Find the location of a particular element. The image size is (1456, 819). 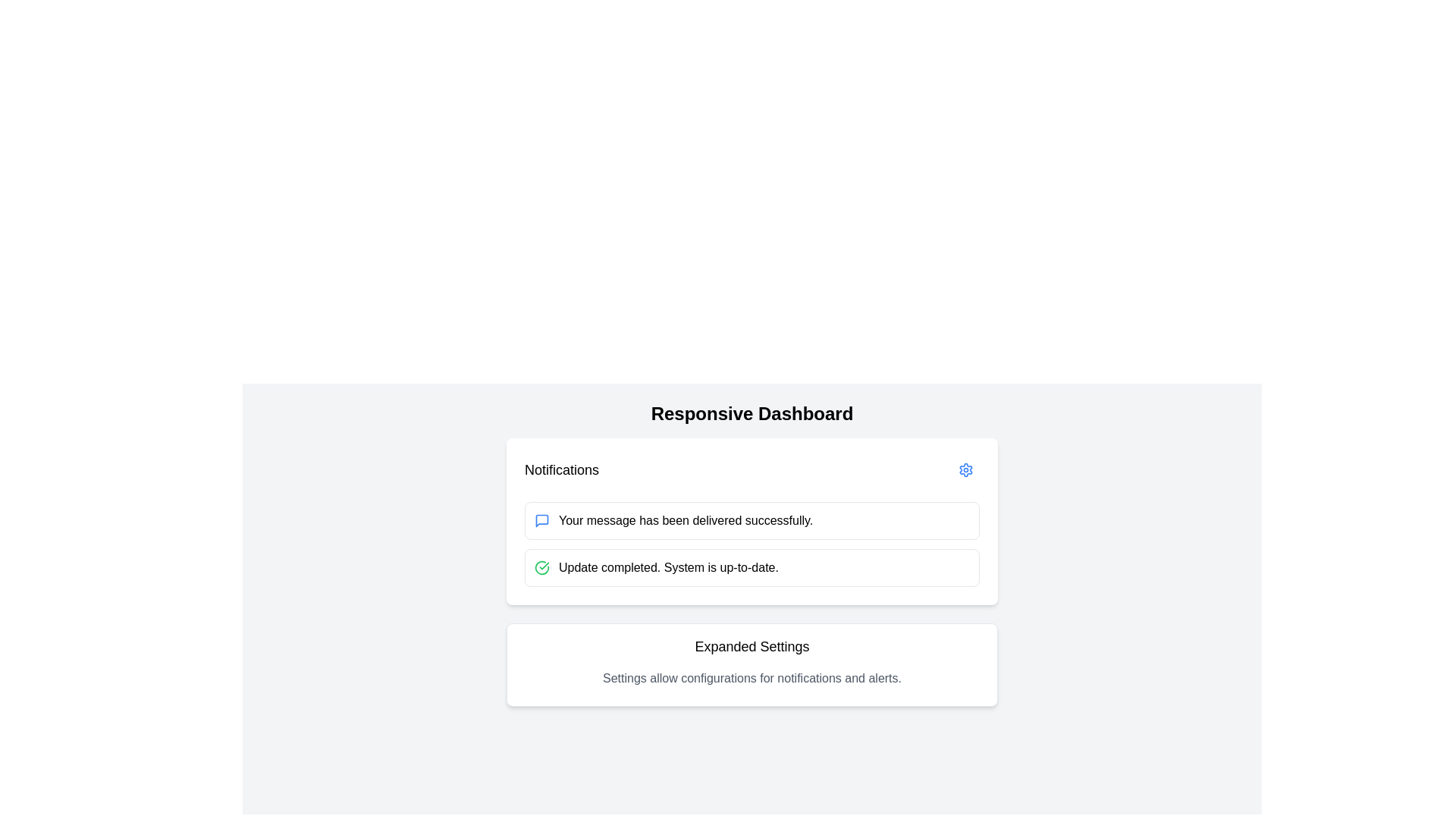

the text label displaying the message 'Update completed. System is up-to-date.' to associate it with the notification icon indicating the update status is located at coordinates (668, 567).